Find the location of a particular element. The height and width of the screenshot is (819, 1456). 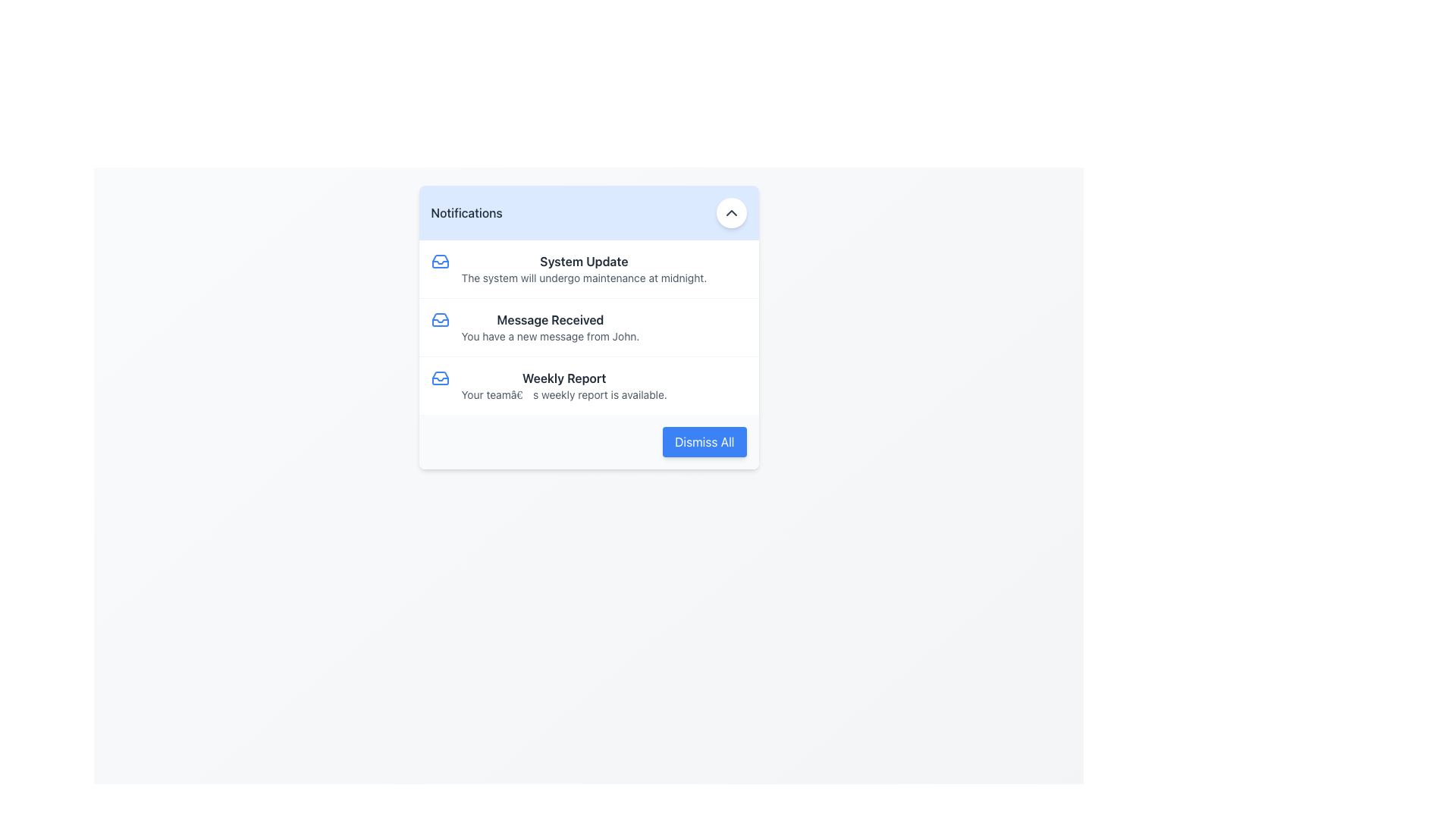

the Text Display that indicates a new message notification from John, located in the notification panel as the second notification from the top is located at coordinates (549, 327).